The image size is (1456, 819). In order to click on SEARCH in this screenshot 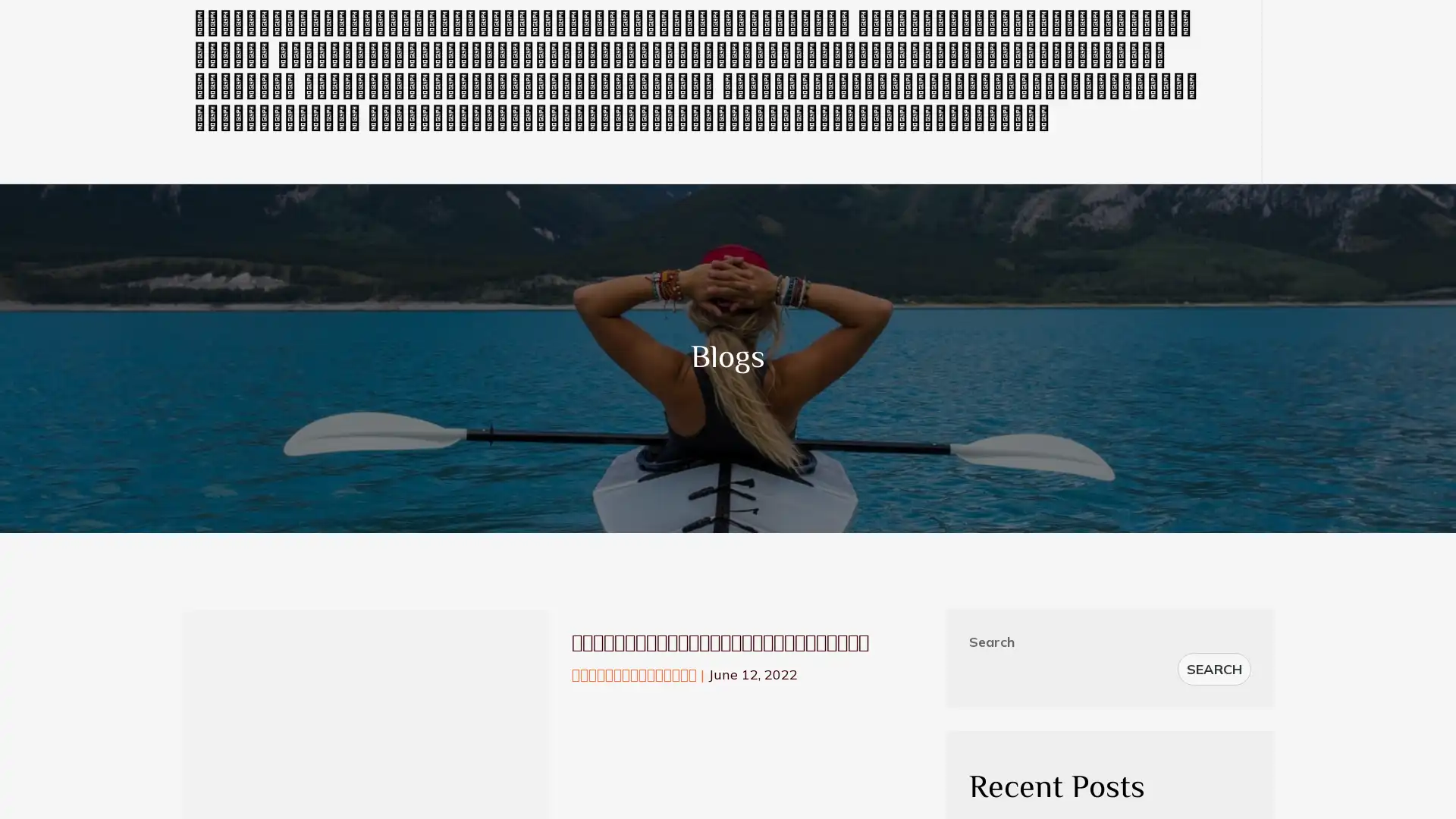, I will do `click(1214, 668)`.